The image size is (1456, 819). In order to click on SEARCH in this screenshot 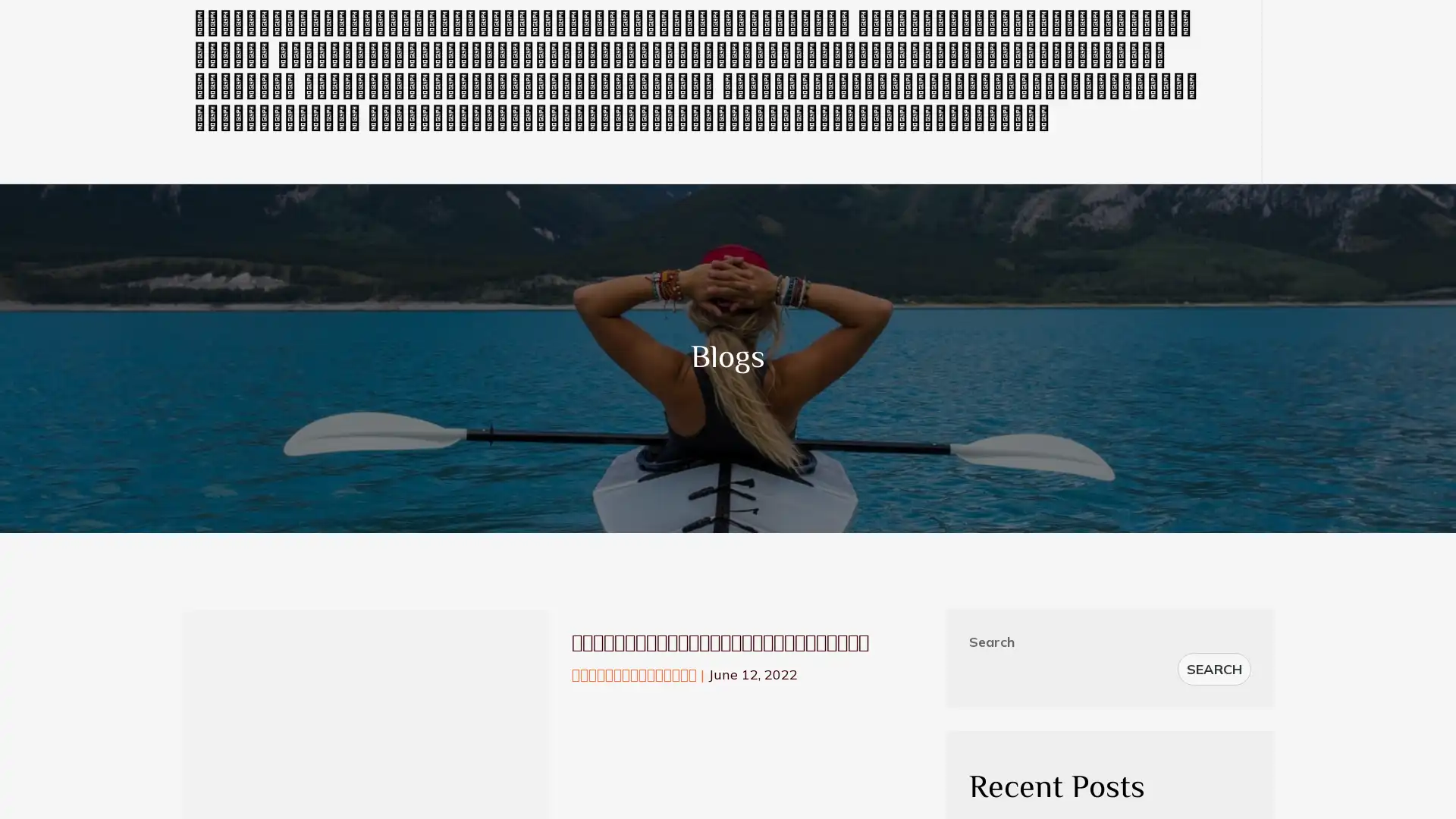, I will do `click(1214, 668)`.